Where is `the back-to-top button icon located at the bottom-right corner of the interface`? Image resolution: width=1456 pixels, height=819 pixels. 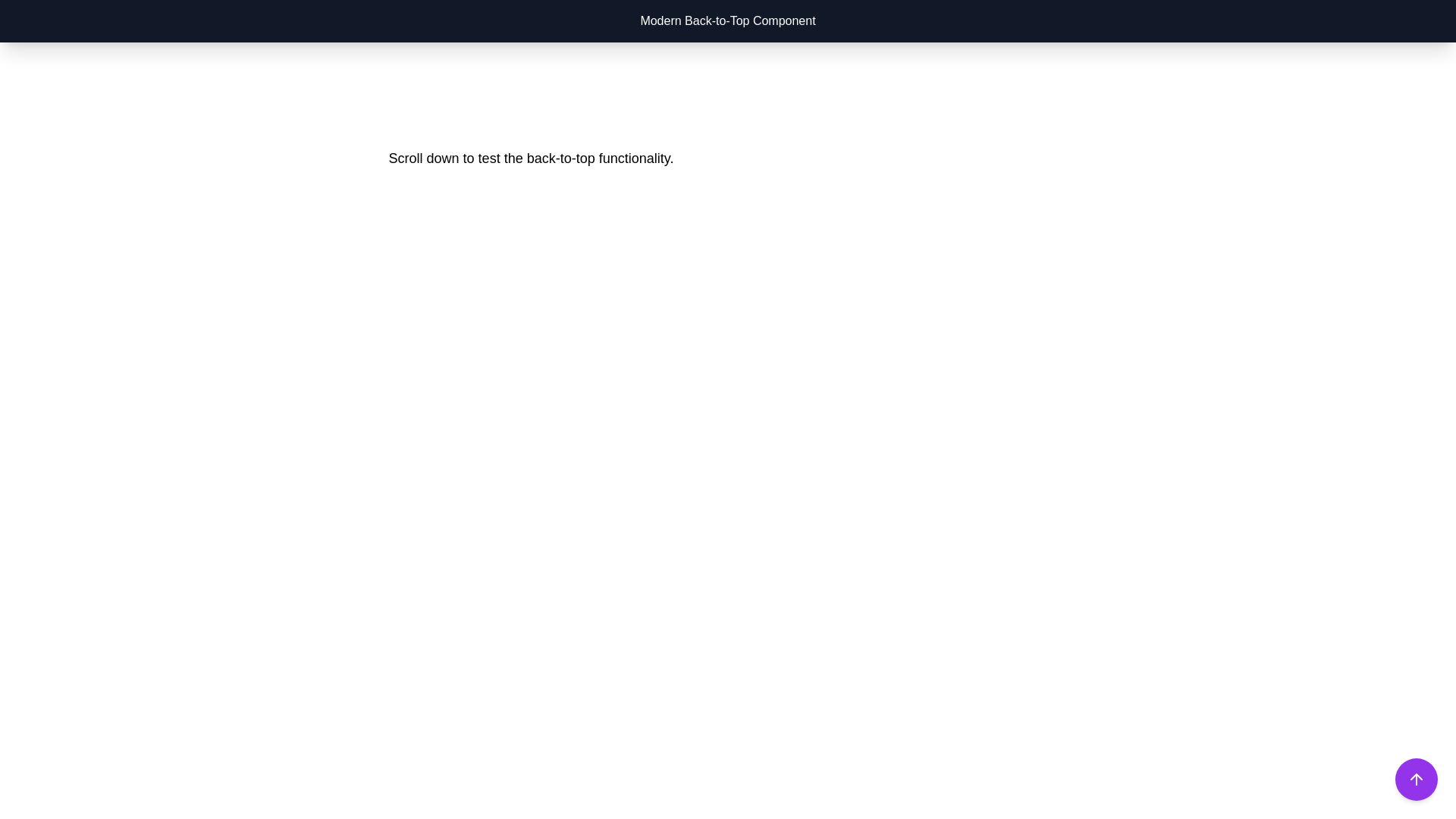 the back-to-top button icon located at the bottom-right corner of the interface is located at coordinates (1415, 780).